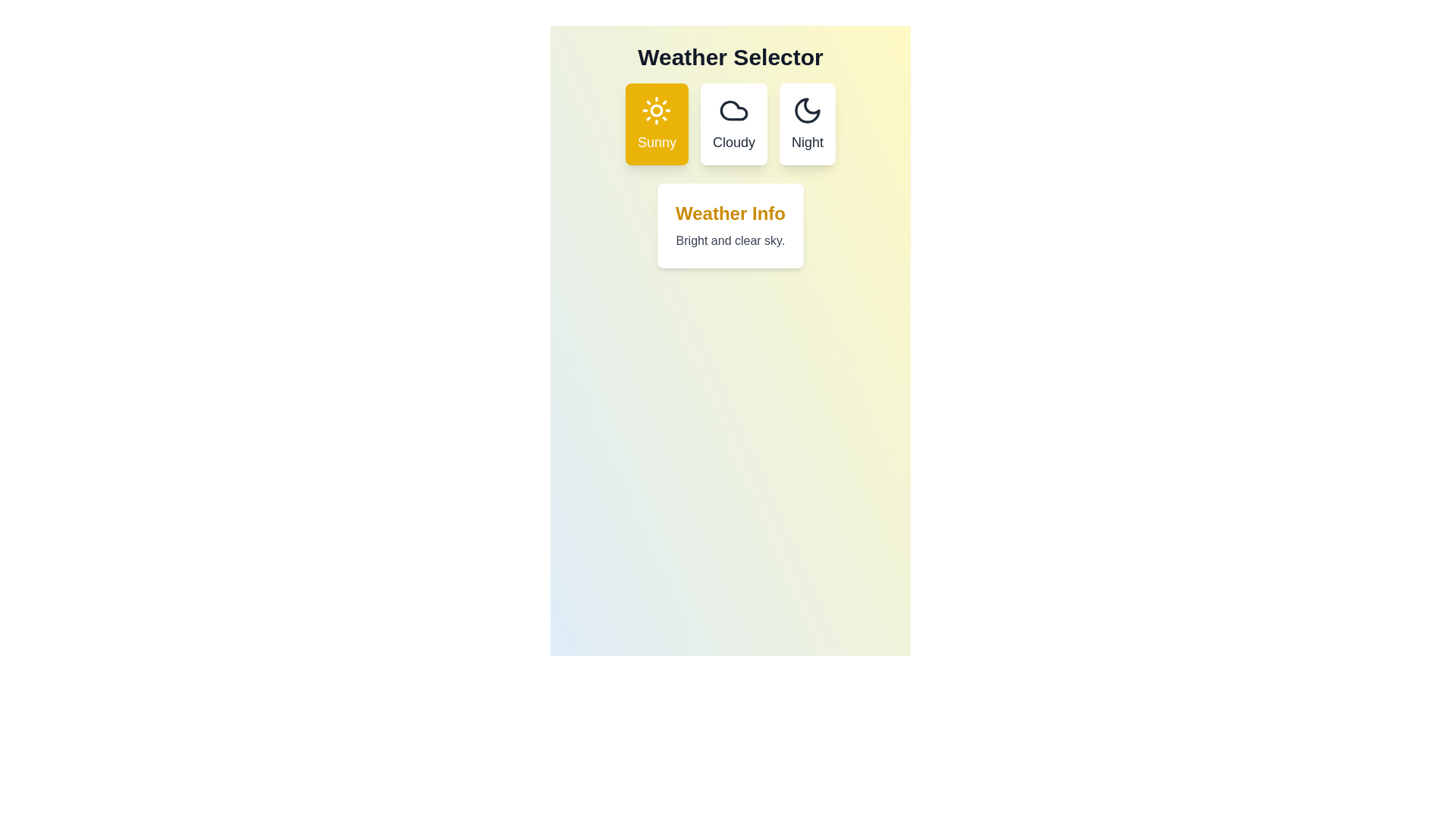 This screenshot has height=819, width=1456. What do you see at coordinates (734, 124) in the screenshot?
I see `the weather option Cloudy by clicking on the corresponding button` at bounding box center [734, 124].